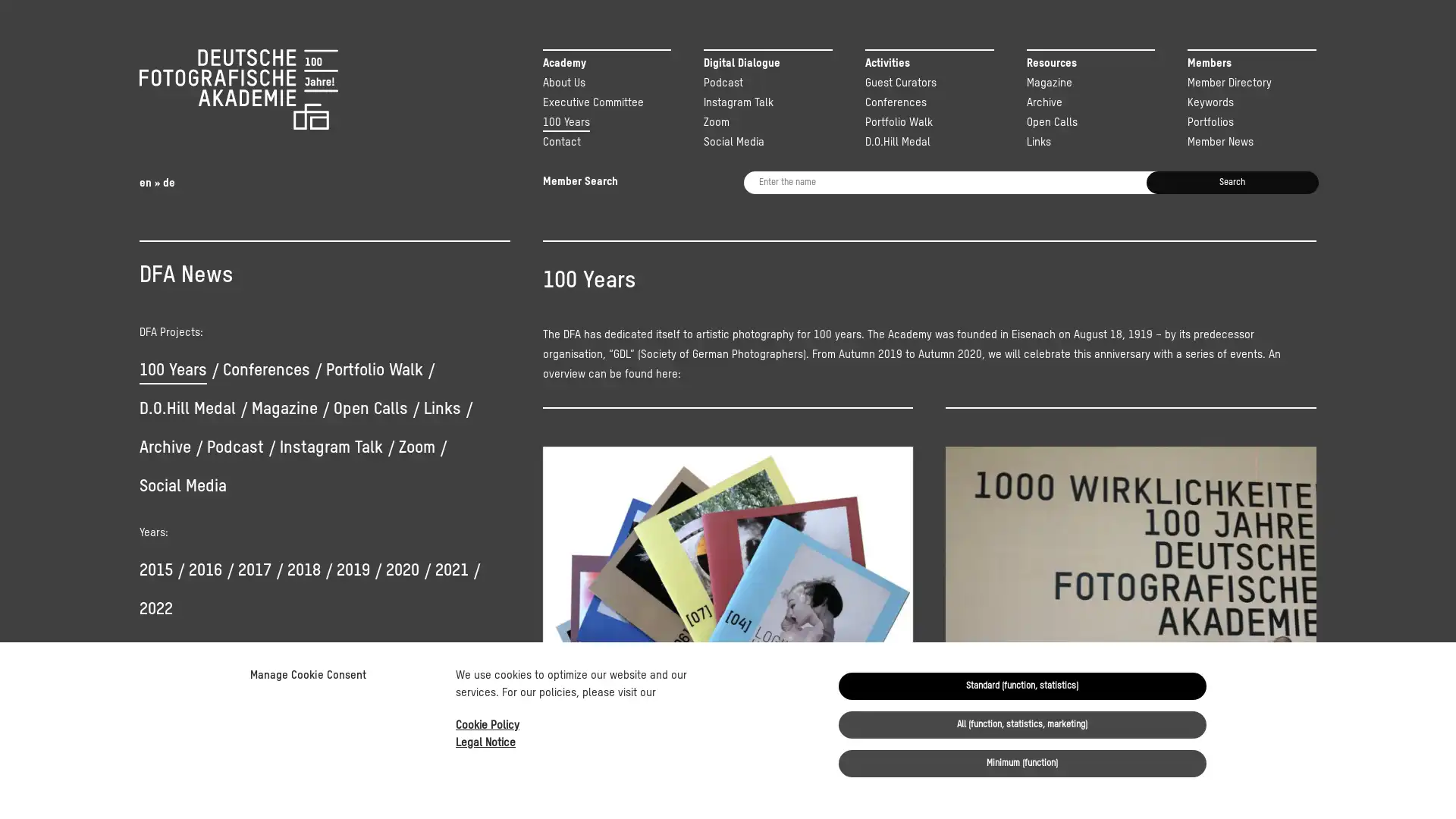 The image size is (1456, 819). I want to click on 100 Years, so click(173, 371).